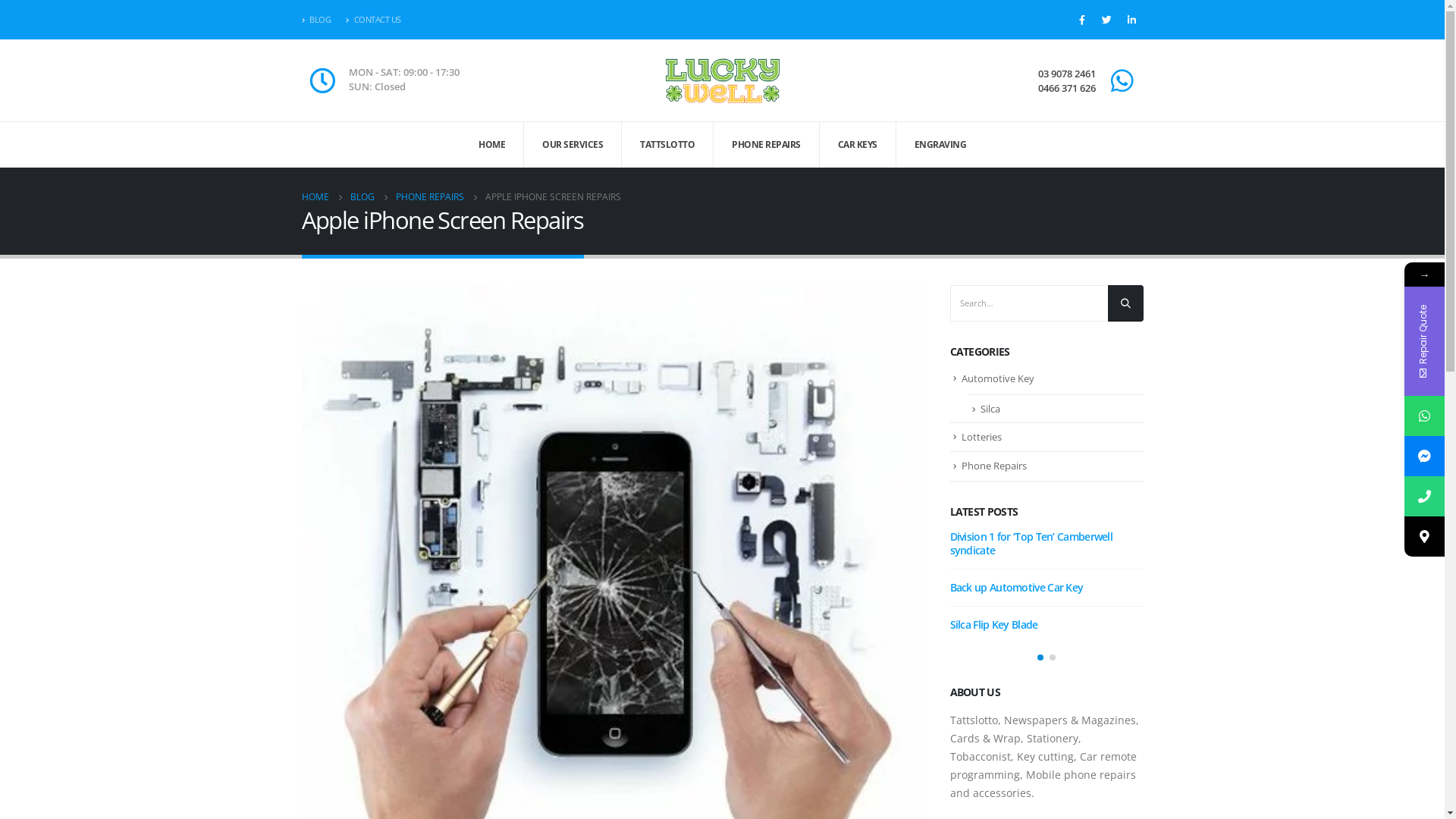  Describe the element at coordinates (997, 377) in the screenshot. I see `'Automotive Key'` at that location.